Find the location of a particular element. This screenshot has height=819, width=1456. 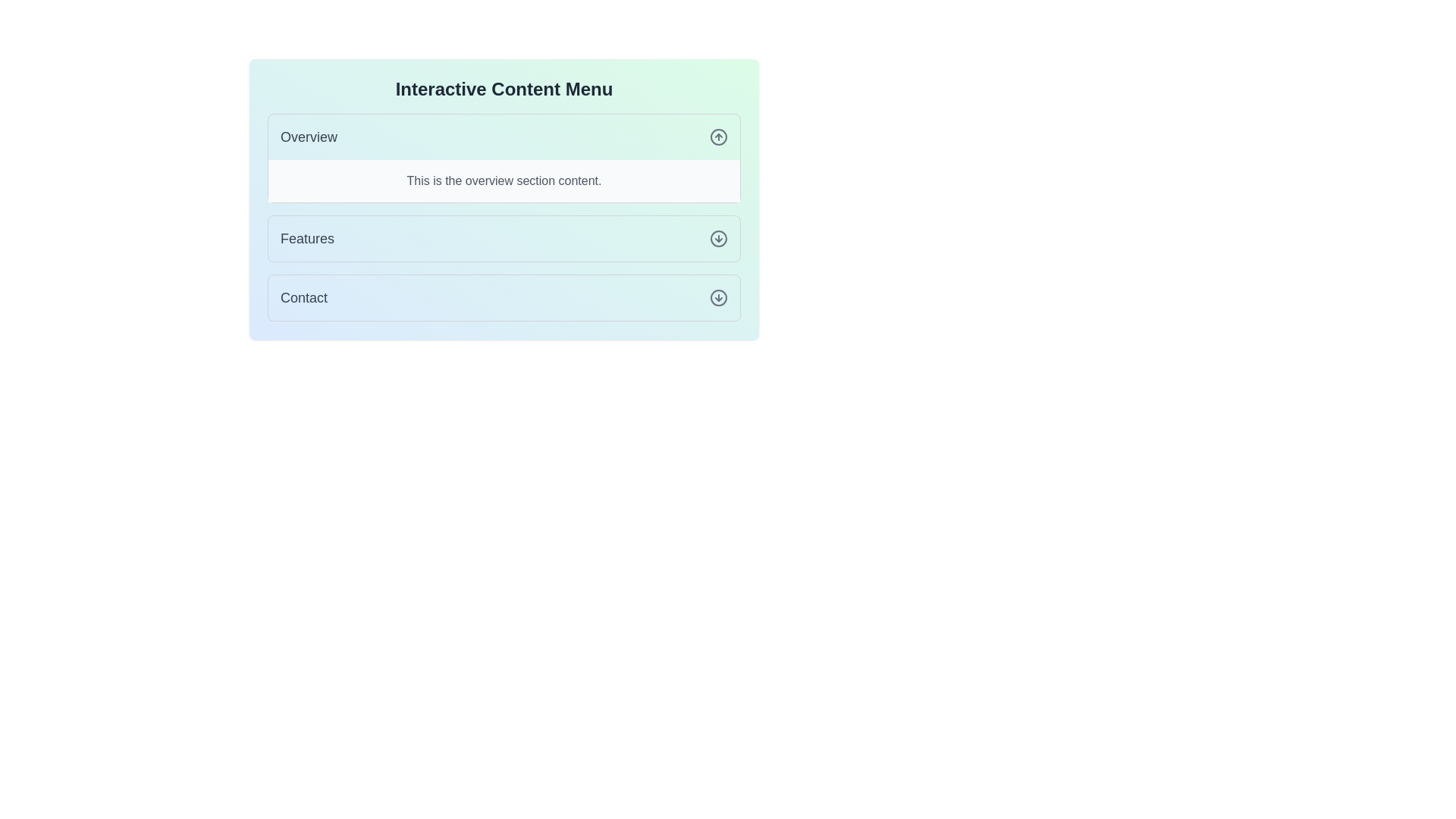

the button that collapses or expands the 'Overview' section in the interactive menu is located at coordinates (718, 137).